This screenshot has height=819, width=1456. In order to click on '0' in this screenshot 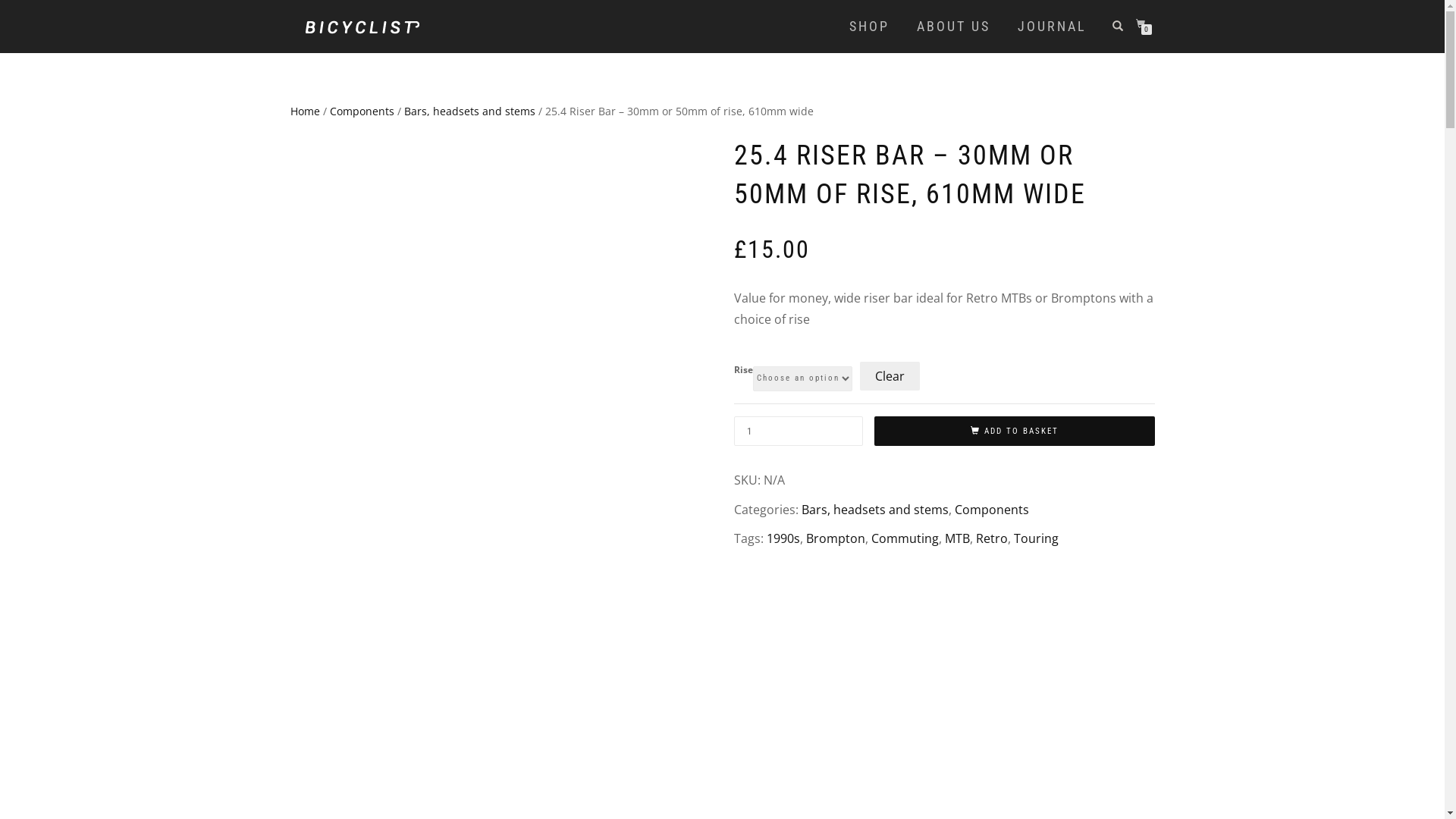, I will do `click(1135, 24)`.